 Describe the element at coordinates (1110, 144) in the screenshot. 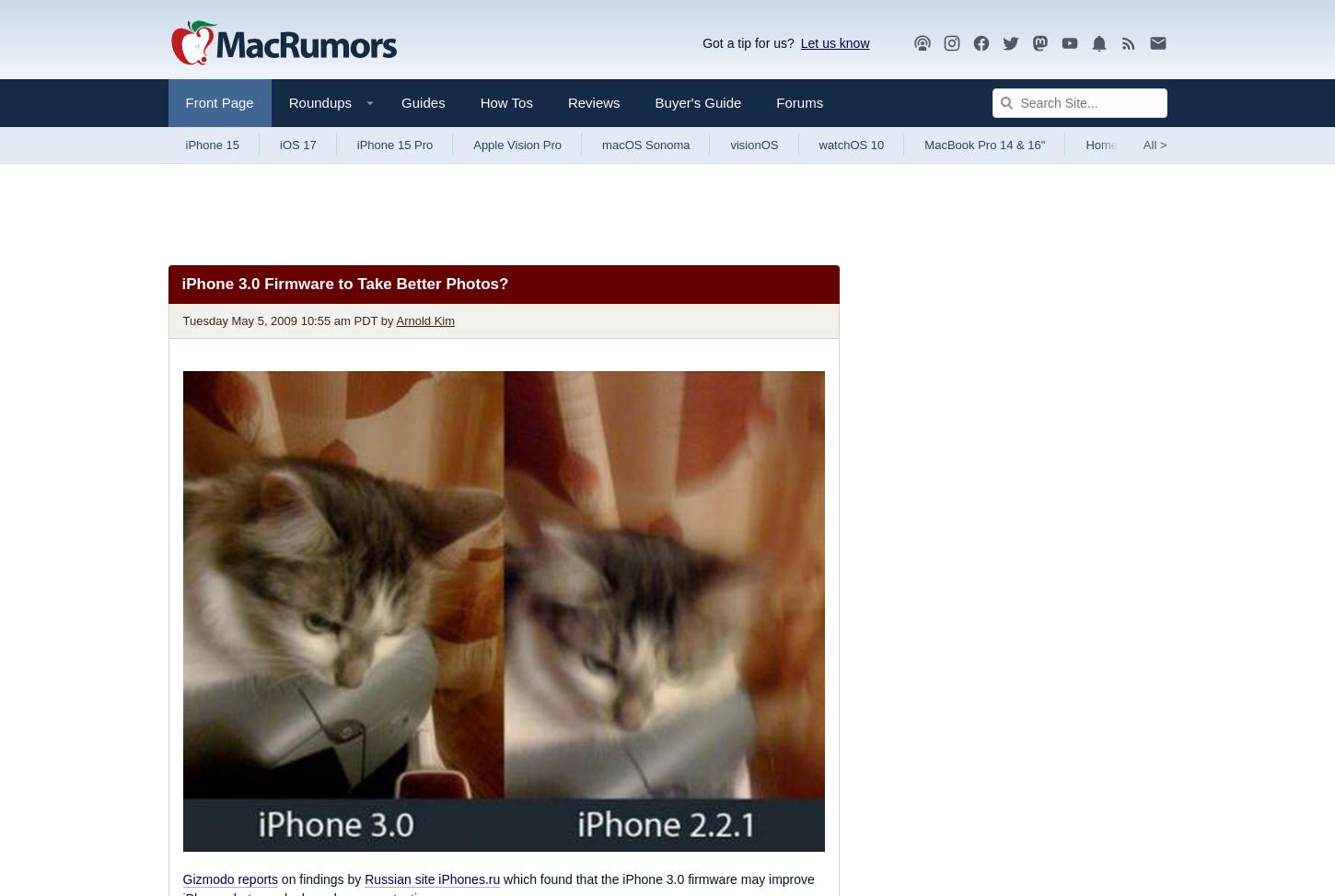

I see `'HomePod'` at that location.